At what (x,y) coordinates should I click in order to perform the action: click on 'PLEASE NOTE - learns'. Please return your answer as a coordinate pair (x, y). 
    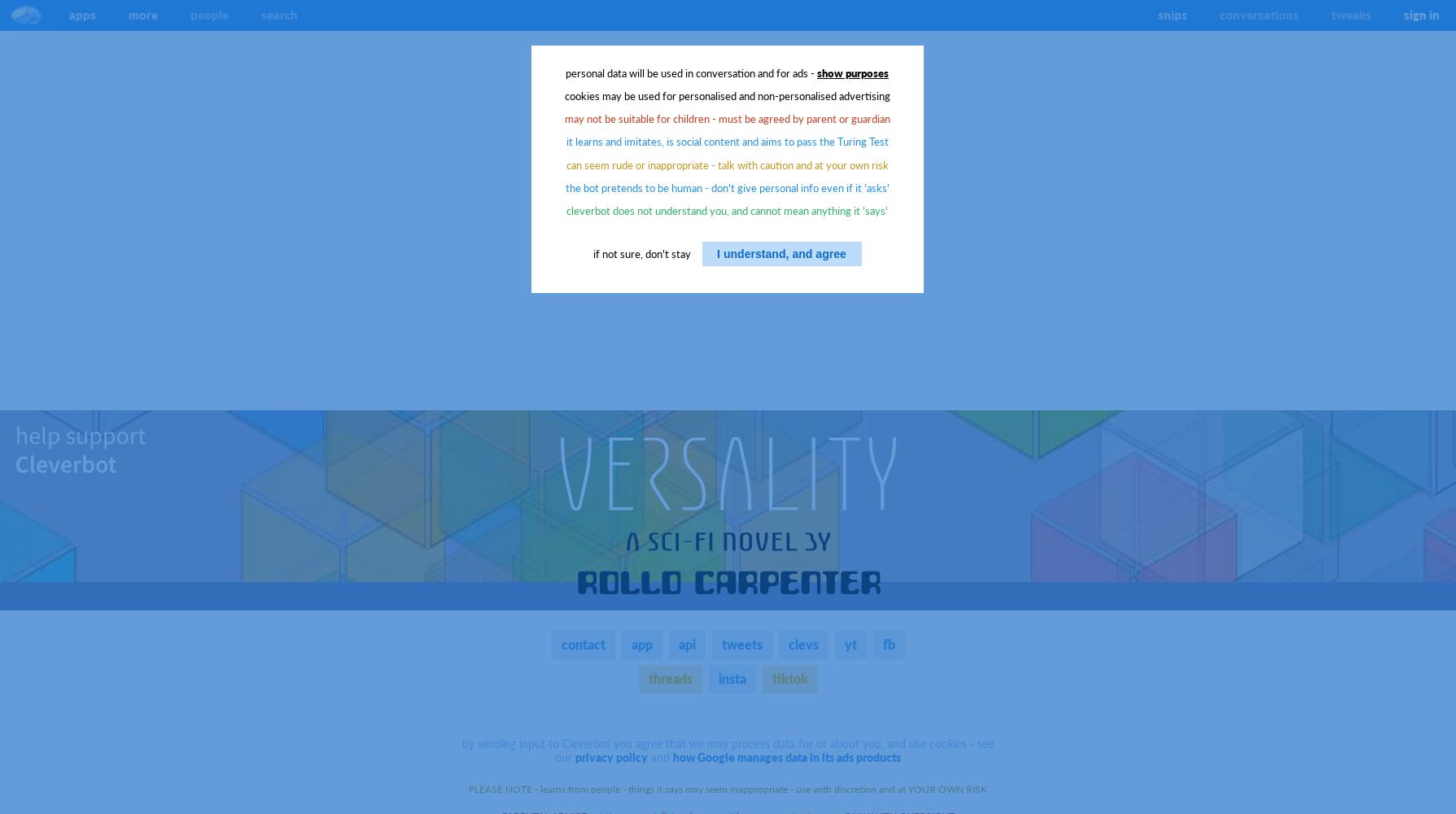
    Looking at the image, I should click on (517, 787).